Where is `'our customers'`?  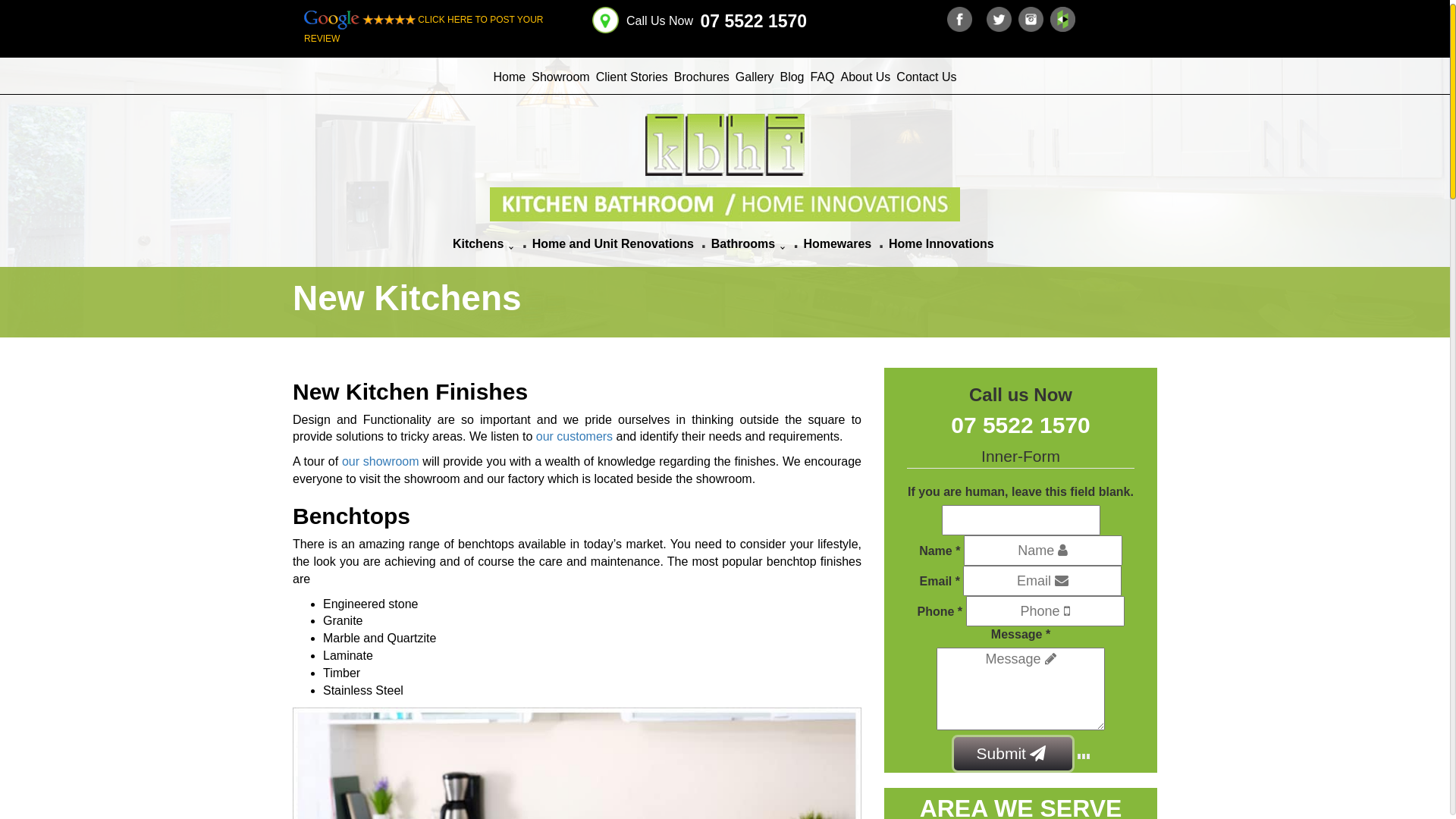
'our customers' is located at coordinates (573, 436).